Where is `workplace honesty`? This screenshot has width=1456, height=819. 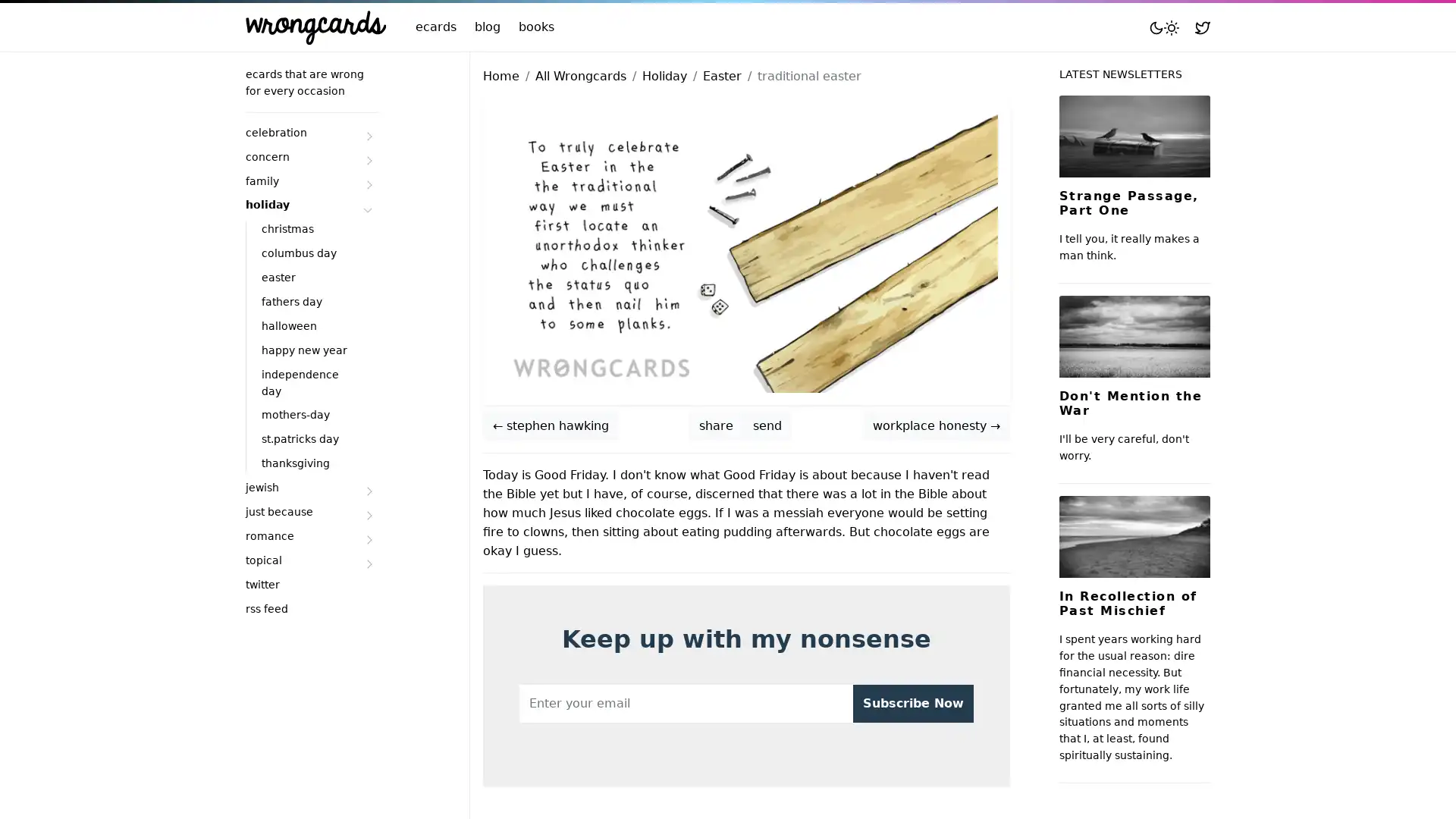 workplace honesty is located at coordinates (934, 425).